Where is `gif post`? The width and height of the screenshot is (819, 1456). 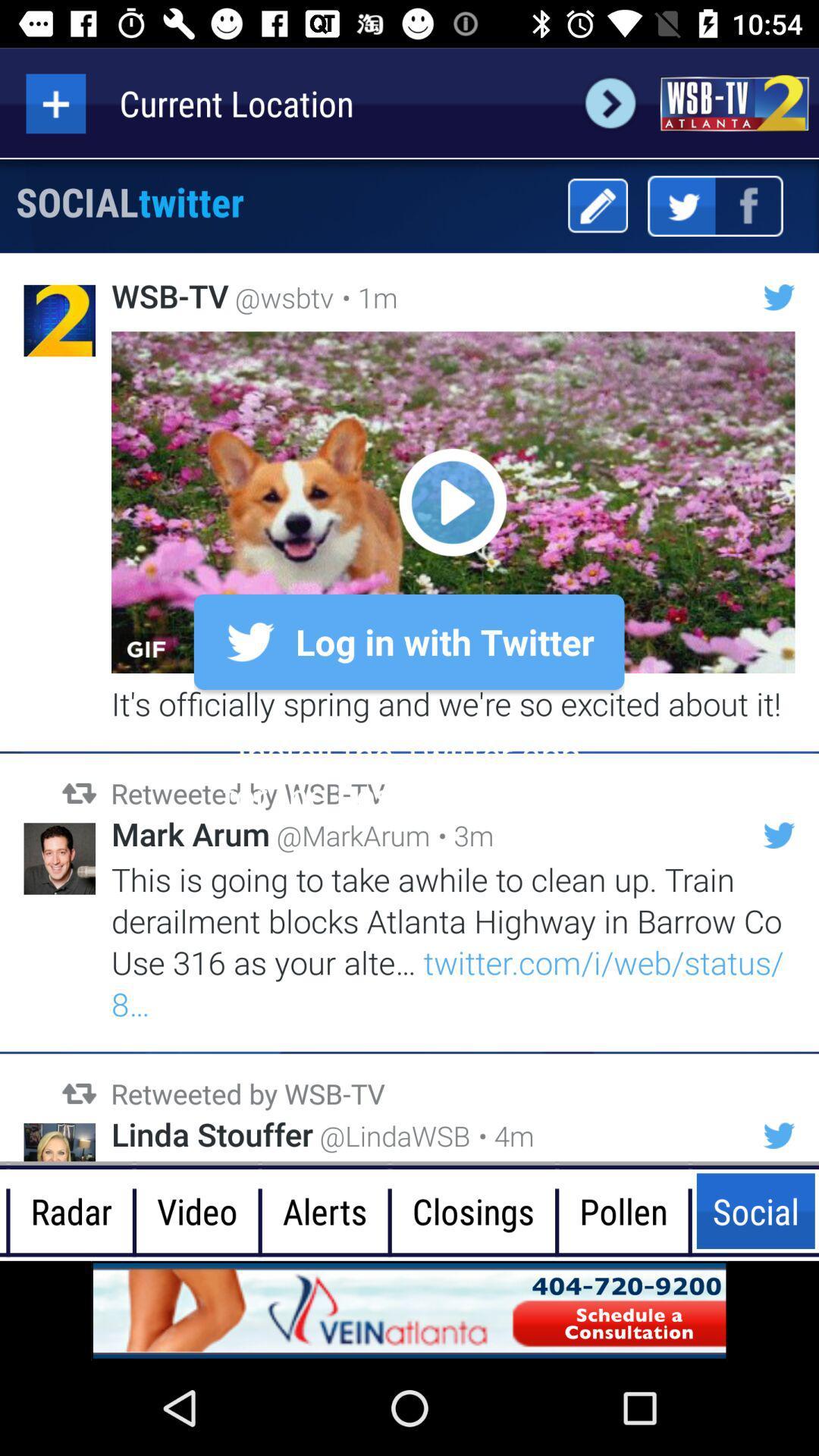 gif post is located at coordinates (452, 502).